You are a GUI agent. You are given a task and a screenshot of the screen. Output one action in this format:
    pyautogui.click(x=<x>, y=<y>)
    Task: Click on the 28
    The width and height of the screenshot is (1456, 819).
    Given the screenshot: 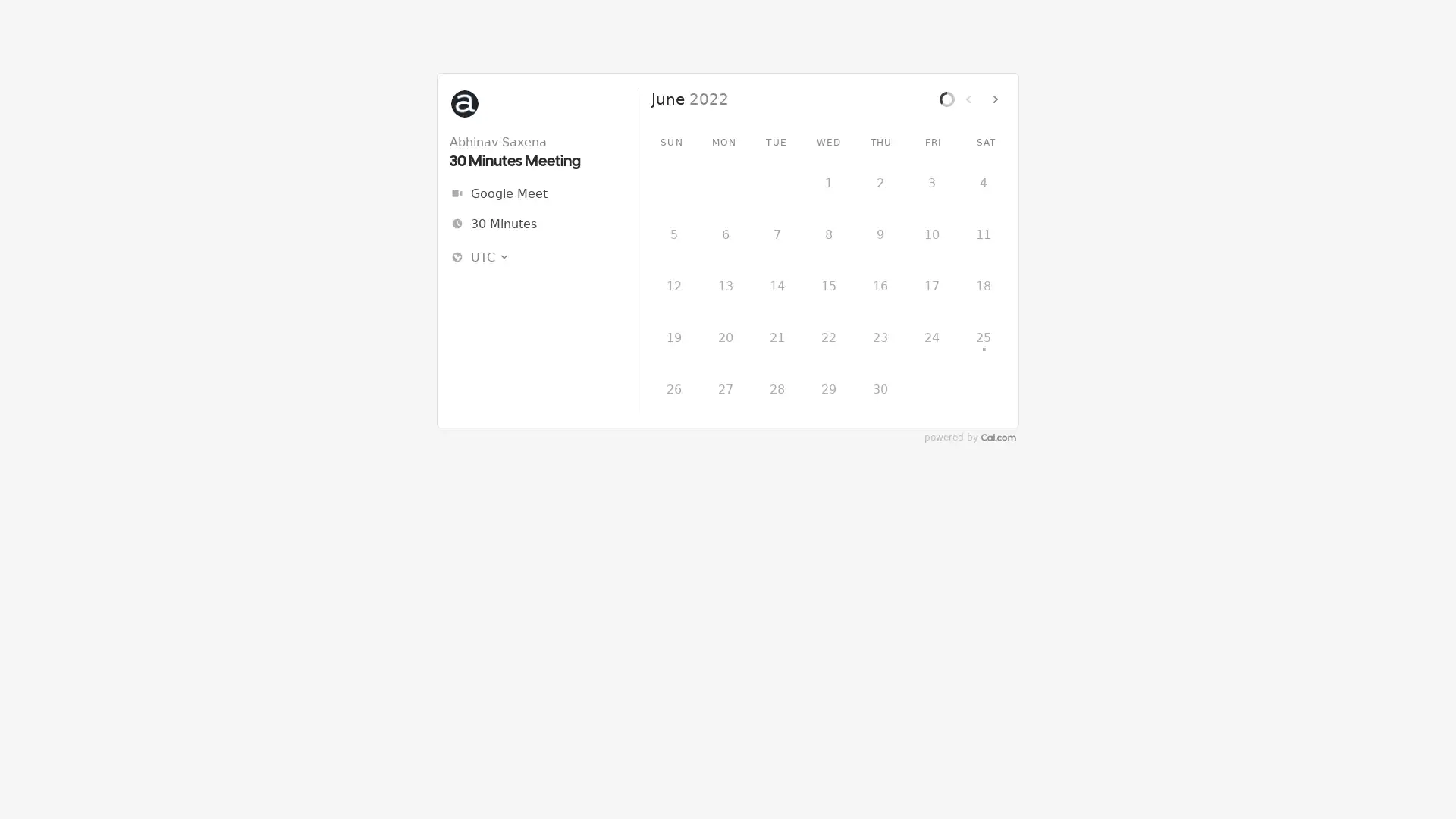 What is the action you would take?
    pyautogui.click(x=777, y=388)
    